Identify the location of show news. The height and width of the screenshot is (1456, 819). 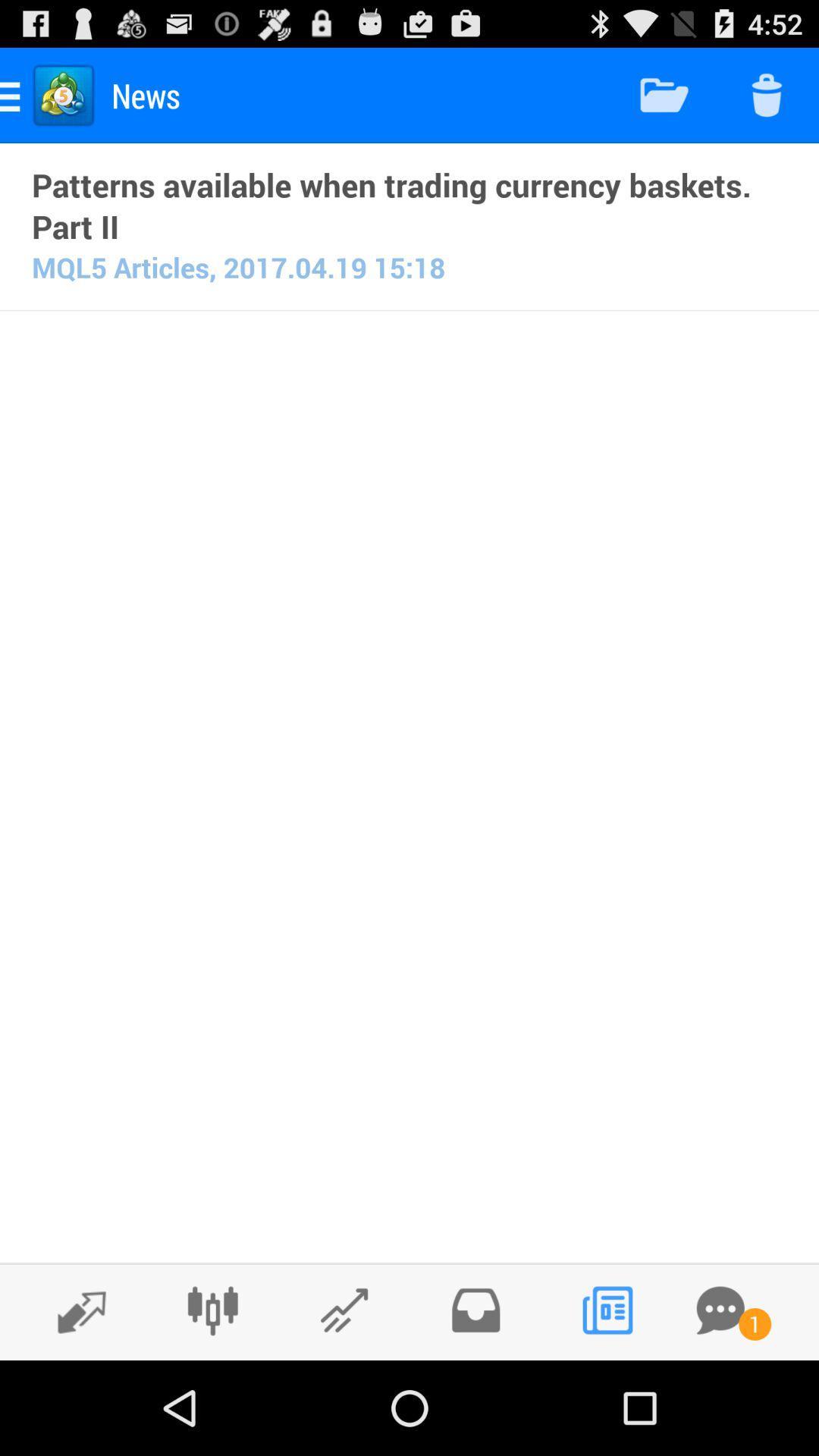
(606, 1310).